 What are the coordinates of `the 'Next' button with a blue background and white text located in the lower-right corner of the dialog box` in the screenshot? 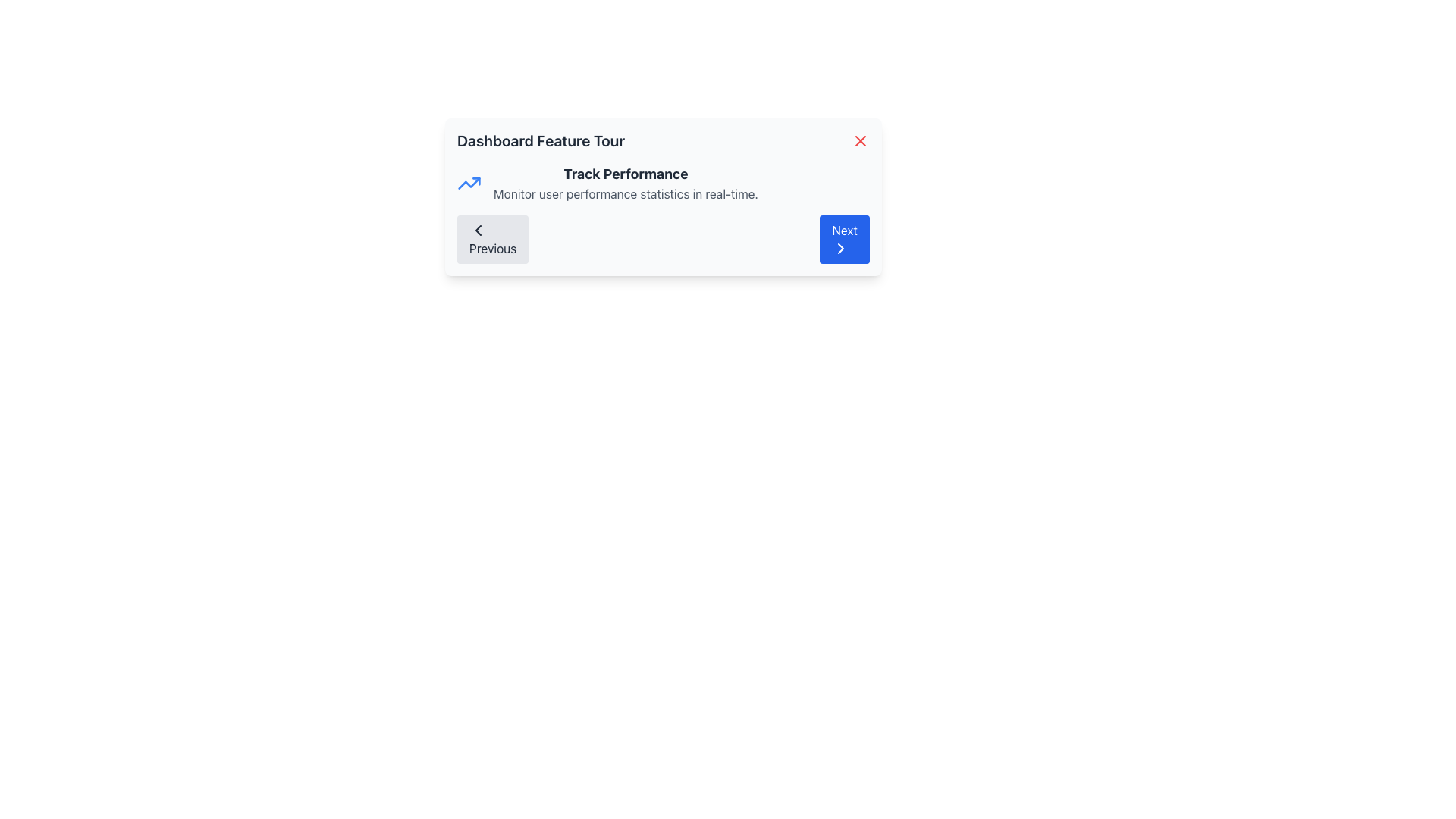 It's located at (843, 239).